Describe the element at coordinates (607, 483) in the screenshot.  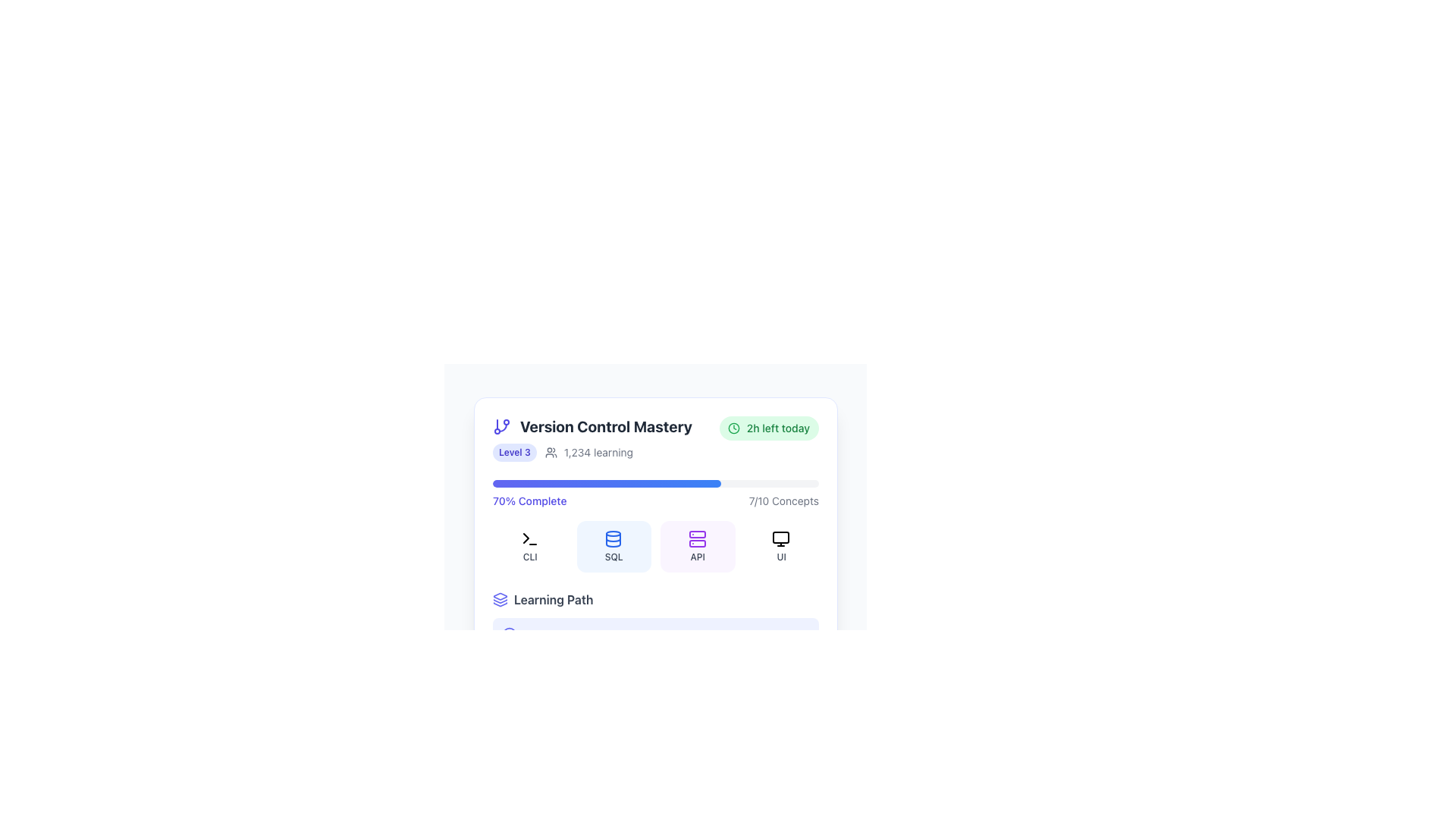
I see `the filled portion of the progress bar, which is a horizontal bar with a gradient color transitioning from indigo to blue, located below the title '70% Complete' and the data '7/10 Concepts'` at that location.